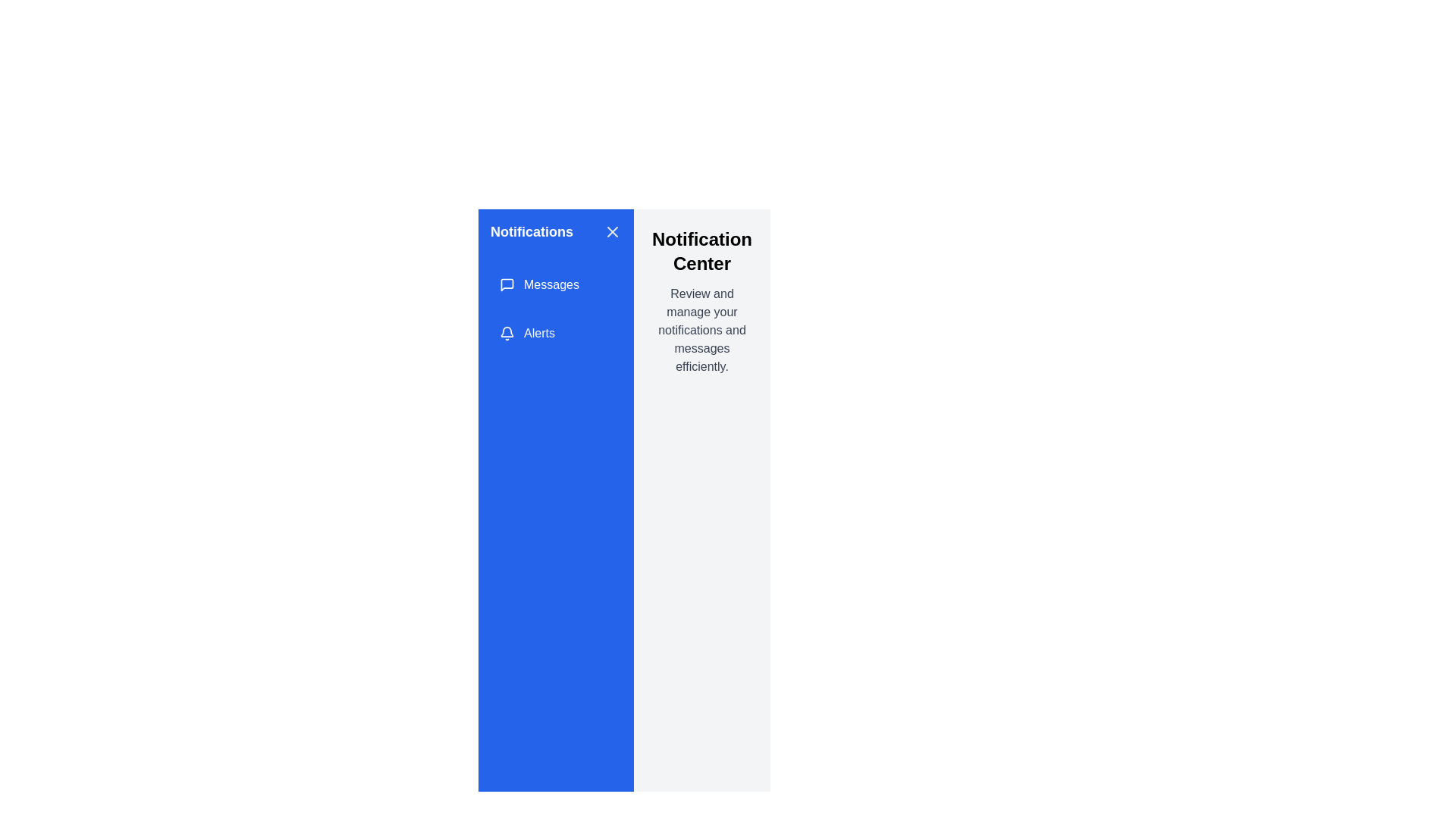  What do you see at coordinates (612, 231) in the screenshot?
I see `the 'X' icon representing the close action` at bounding box center [612, 231].